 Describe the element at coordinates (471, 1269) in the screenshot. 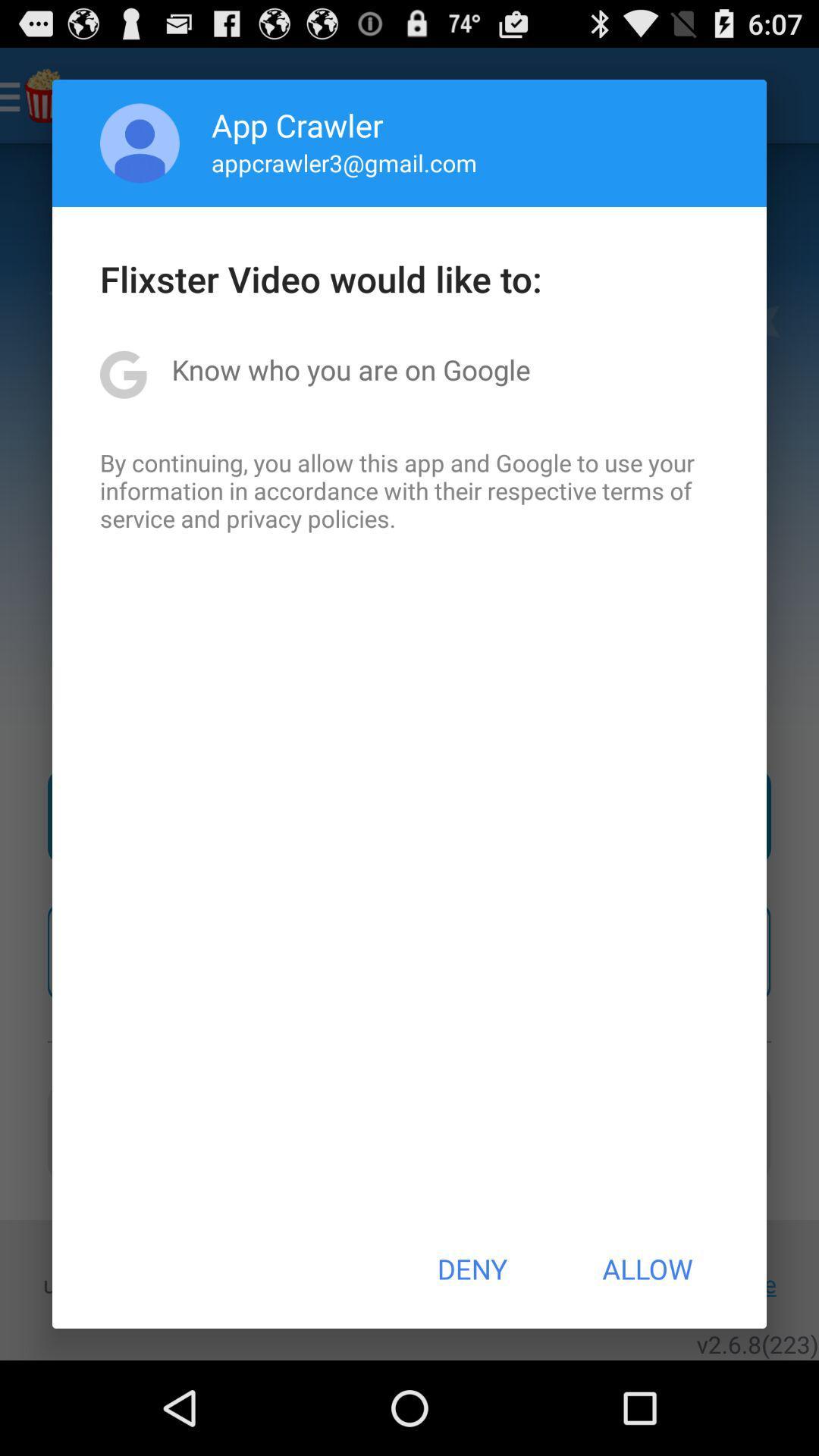

I see `icon at the bottom` at that location.